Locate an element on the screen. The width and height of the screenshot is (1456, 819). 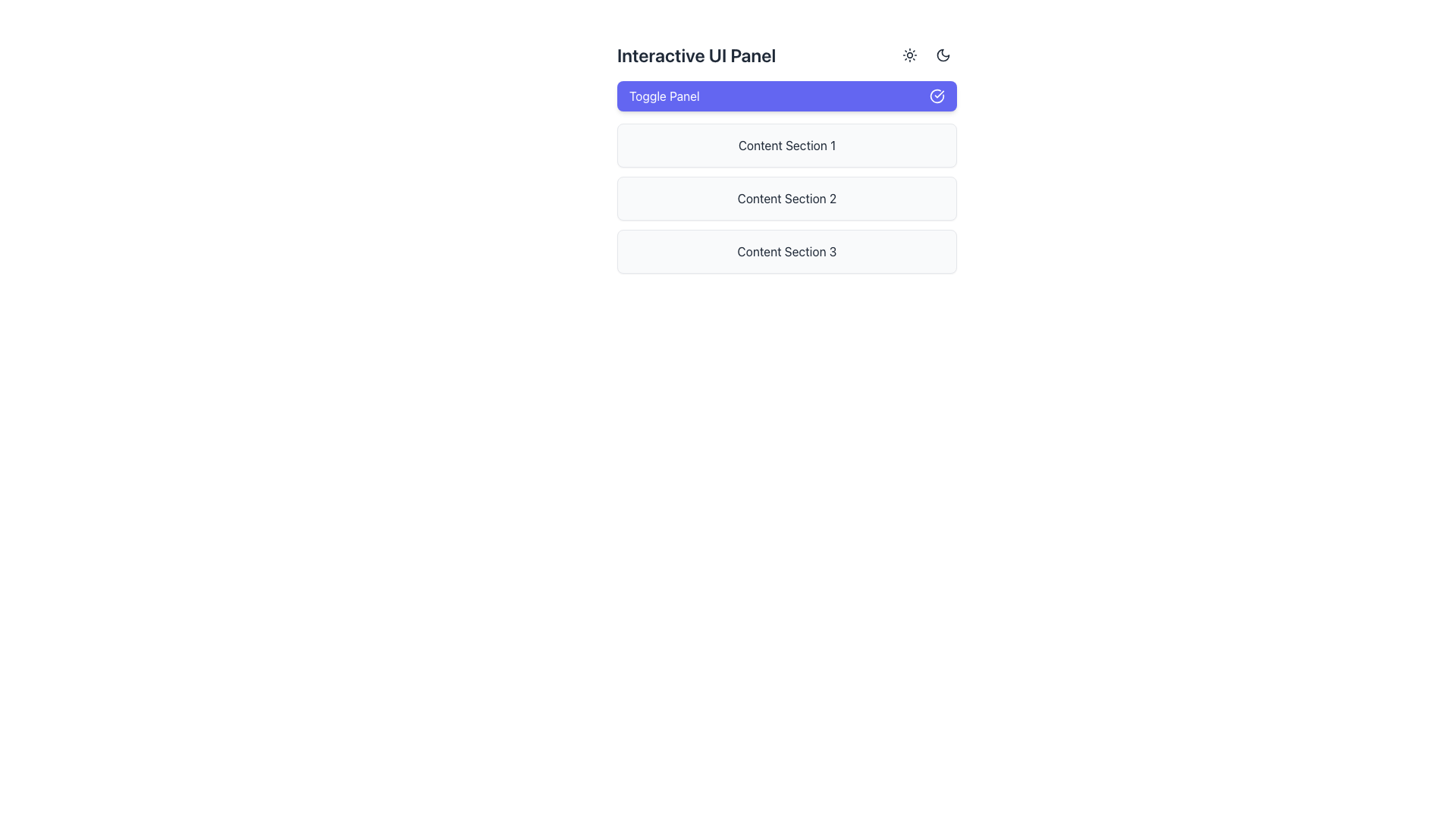
the toggle button represented by a moon icon located in the top-right section of the interface is located at coordinates (942, 55).